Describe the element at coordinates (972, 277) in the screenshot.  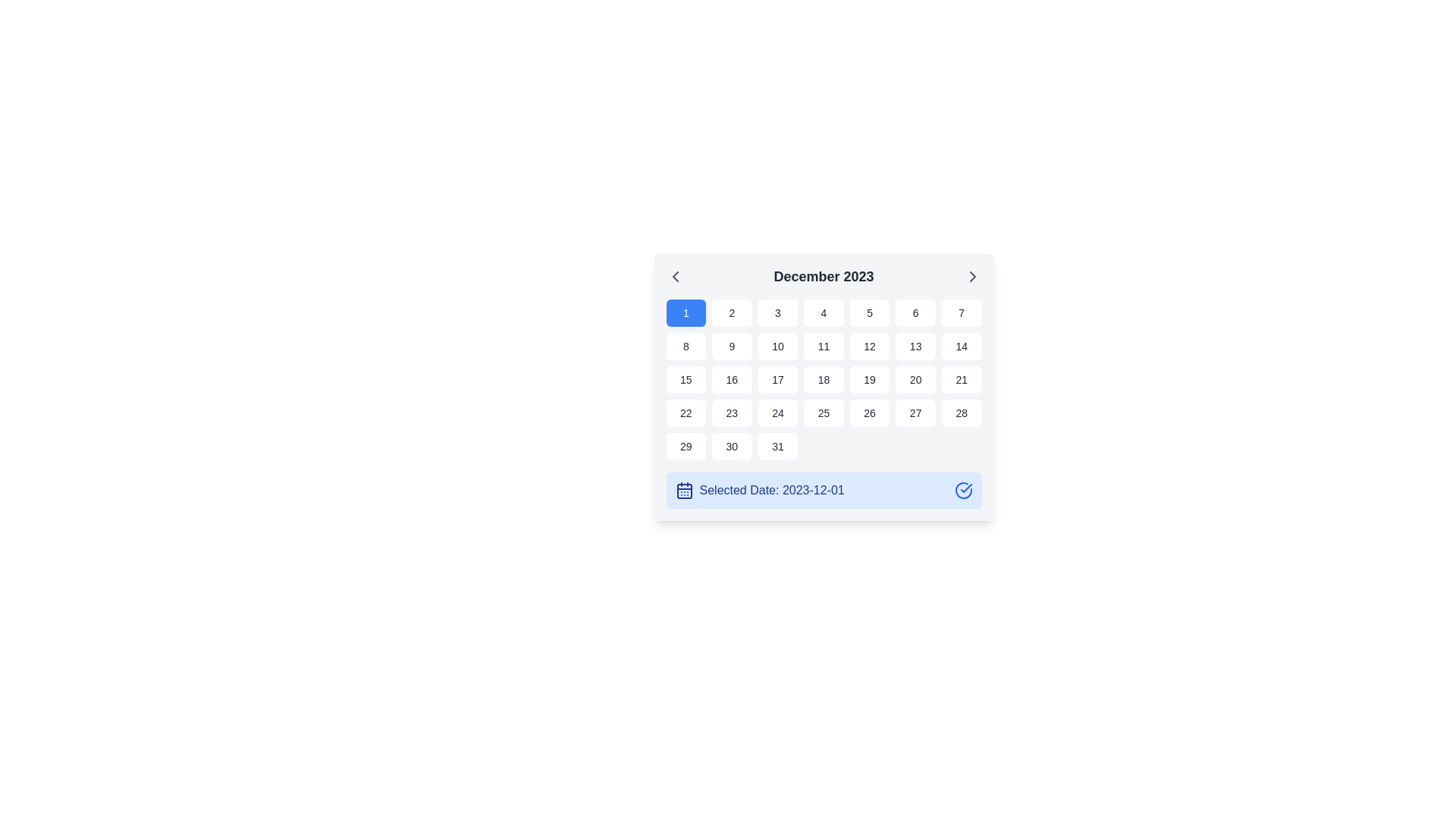
I see `the right-facing chevron button located at the top-right corner of the calendar header` at that location.